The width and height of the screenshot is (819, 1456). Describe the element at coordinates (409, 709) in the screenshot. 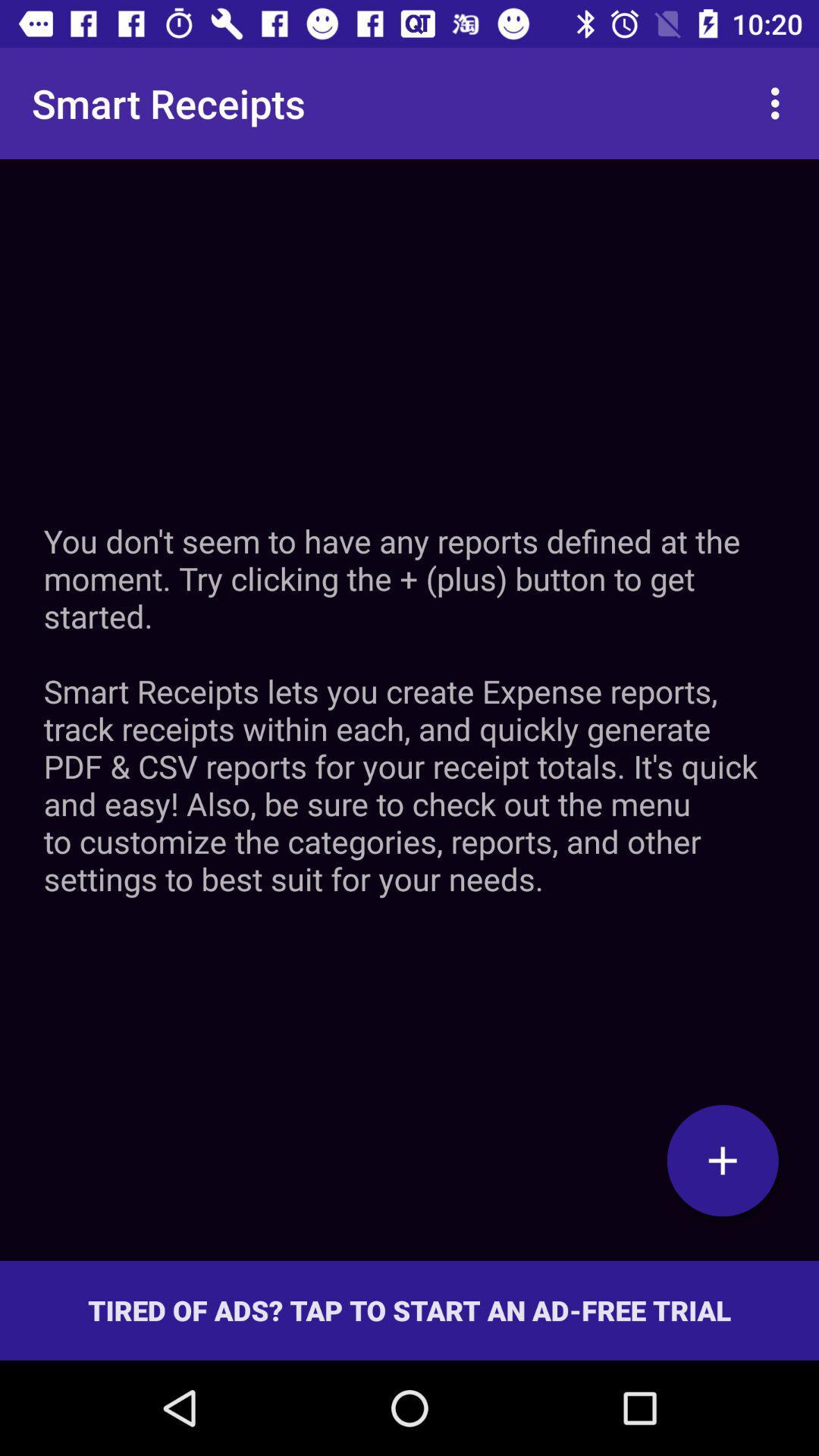

I see `the item above the tired of ads item` at that location.